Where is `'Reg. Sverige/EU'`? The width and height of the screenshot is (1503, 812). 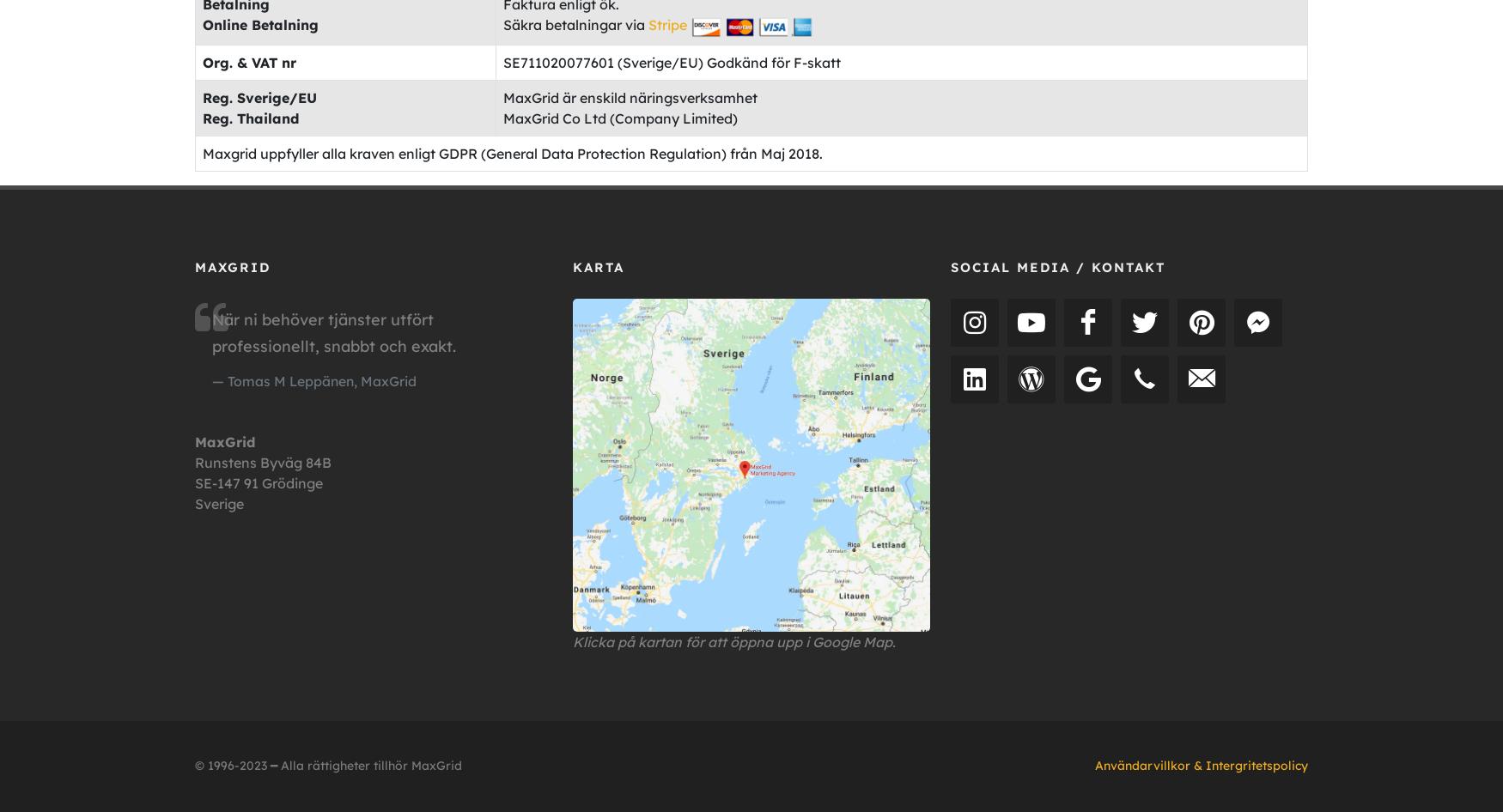 'Reg. Sverige/EU' is located at coordinates (259, 96).